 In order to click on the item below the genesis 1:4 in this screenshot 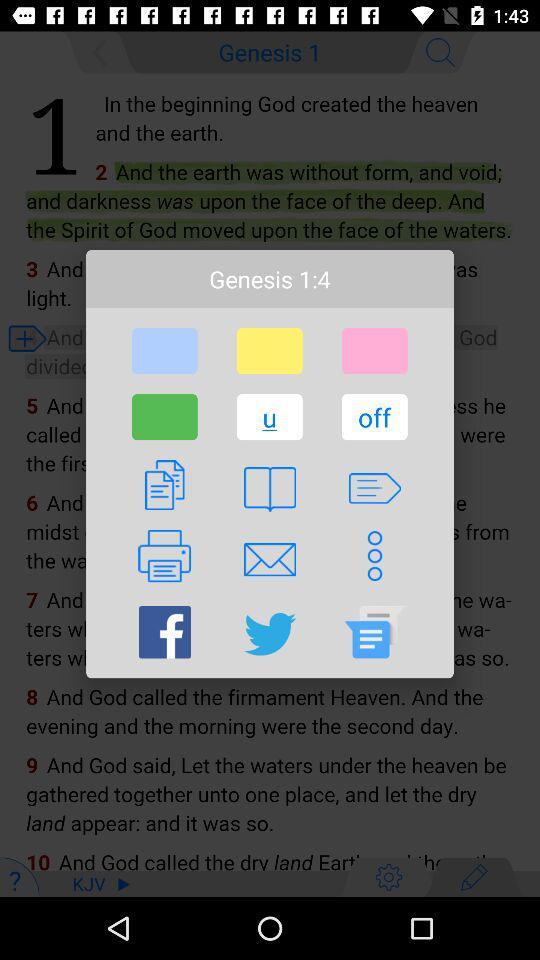, I will do `click(163, 351)`.